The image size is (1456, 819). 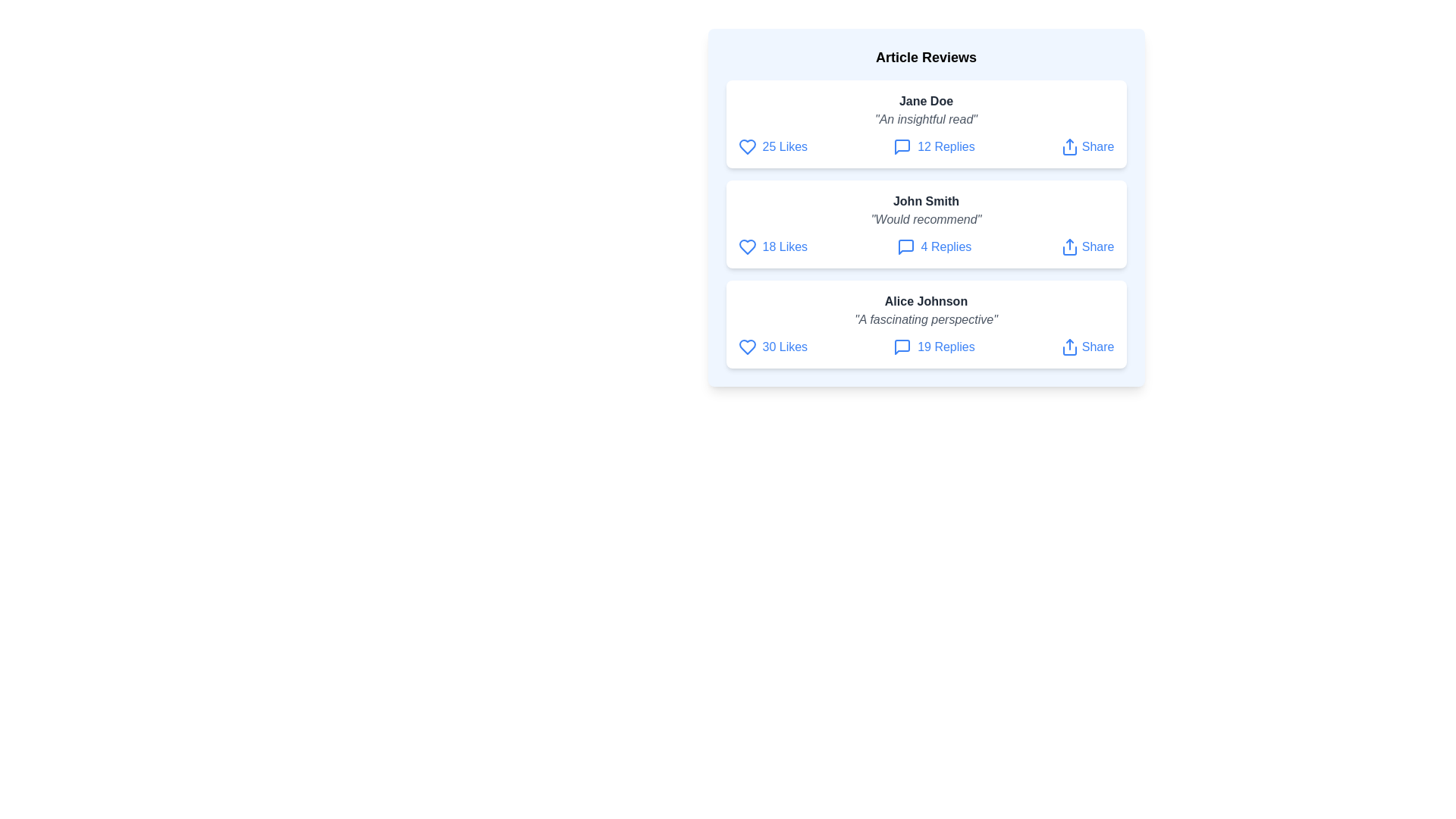 I want to click on the replies button for the review by Alice Johnson, so click(x=933, y=347).